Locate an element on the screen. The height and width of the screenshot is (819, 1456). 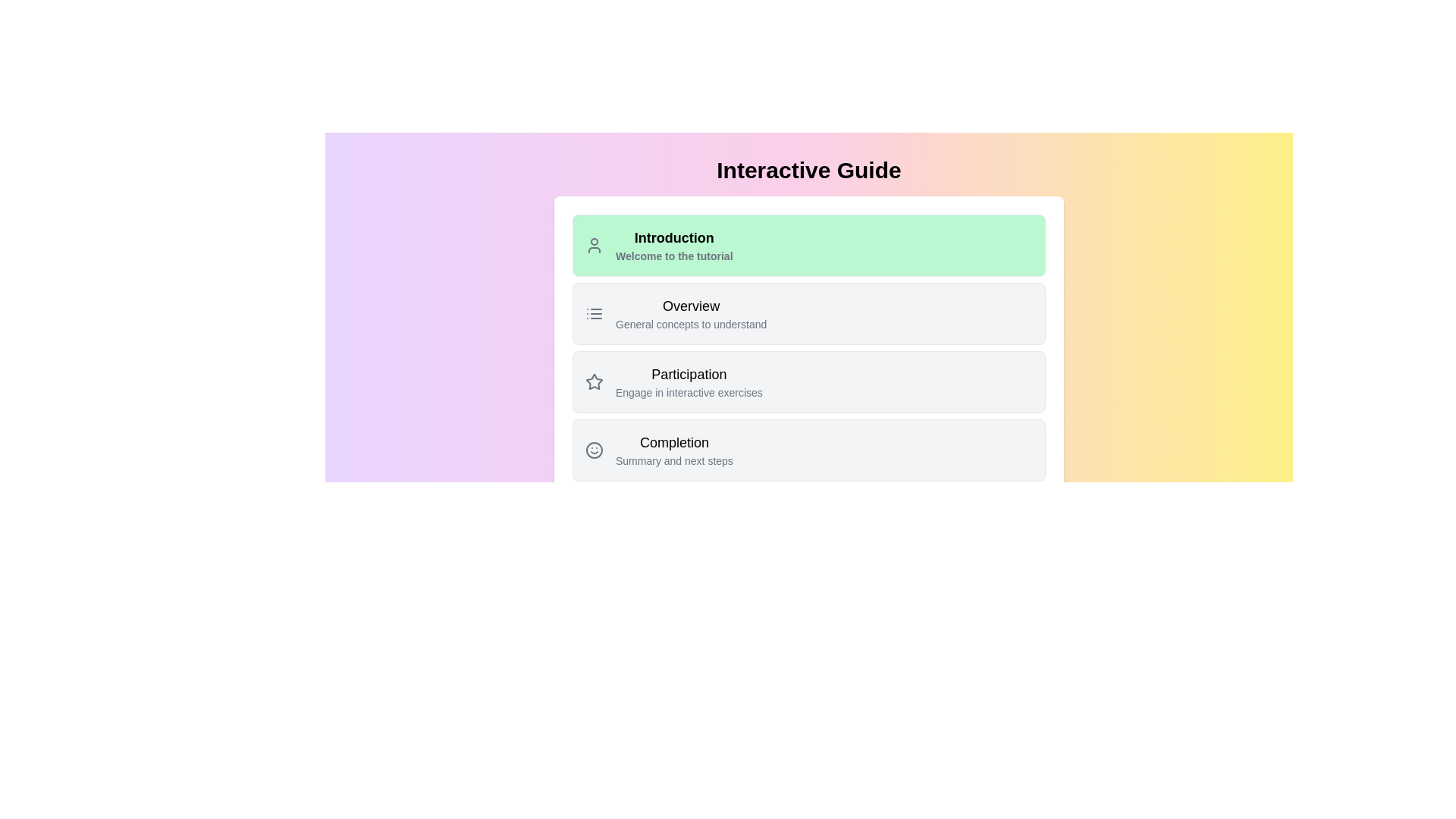
the Text Label that serves as a heading for the green section, which is located above the 'Welcome to the tutorial' text element is located at coordinates (673, 237).